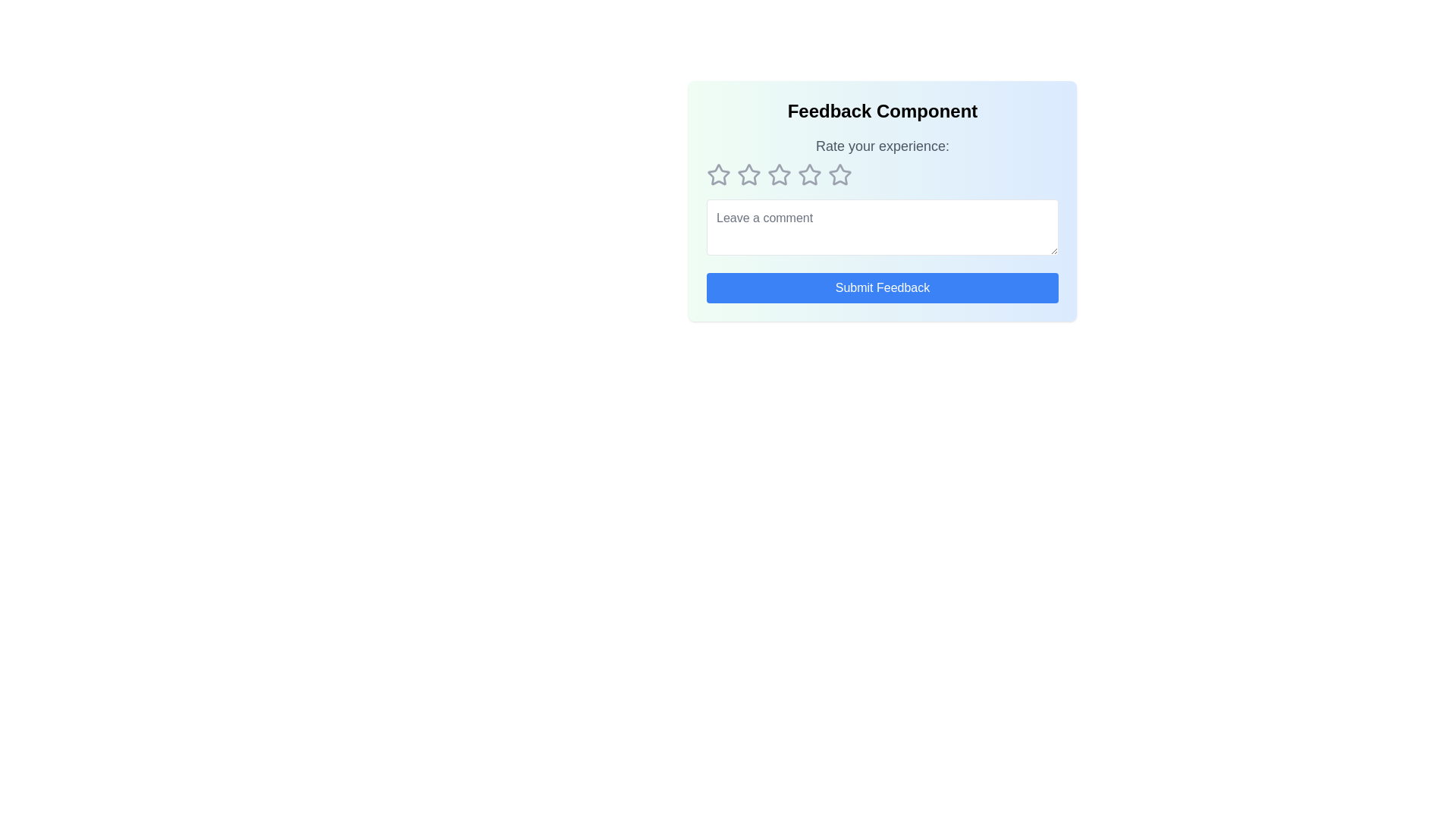 The width and height of the screenshot is (1456, 819). I want to click on the second Rating Star Icon, so click(779, 174).